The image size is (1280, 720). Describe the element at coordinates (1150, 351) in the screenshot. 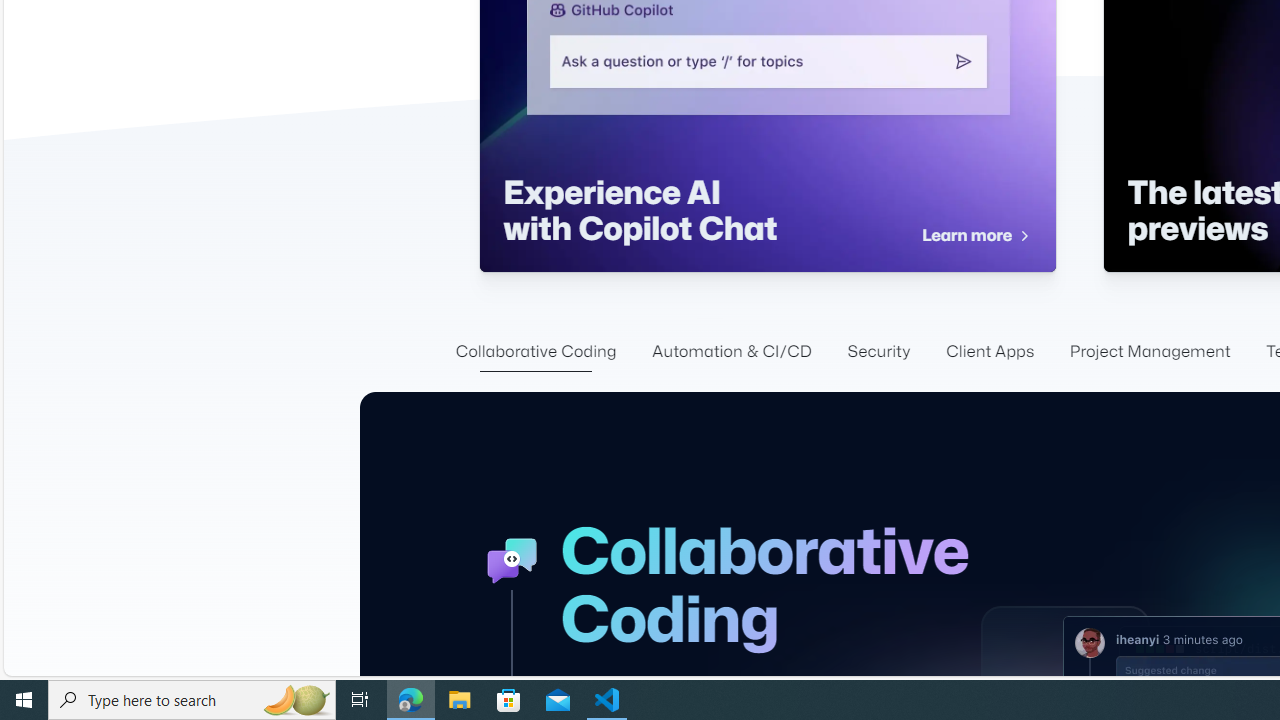

I see `'Project Management'` at that location.